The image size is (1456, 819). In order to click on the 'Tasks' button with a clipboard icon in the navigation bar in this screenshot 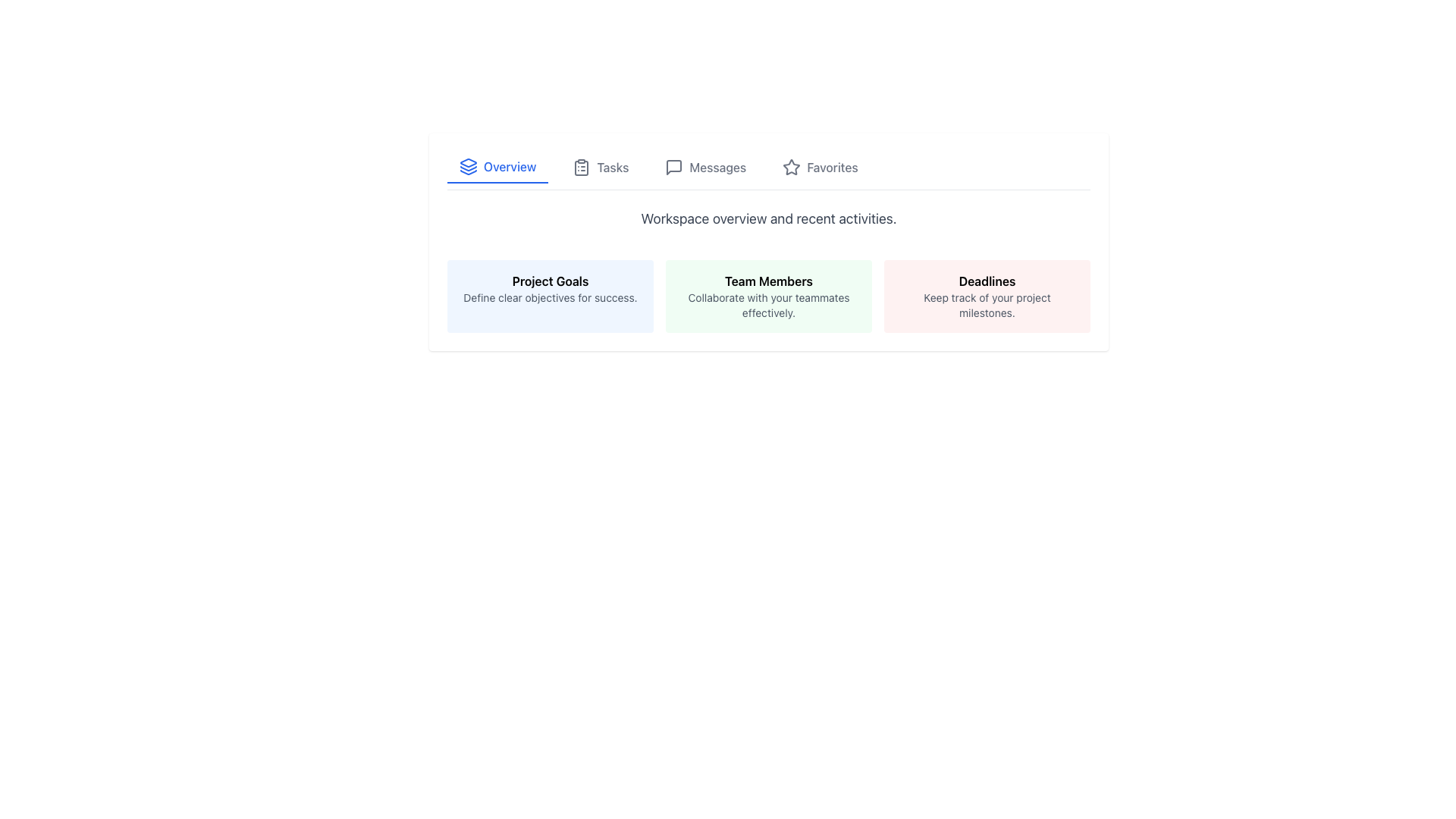, I will do `click(600, 167)`.